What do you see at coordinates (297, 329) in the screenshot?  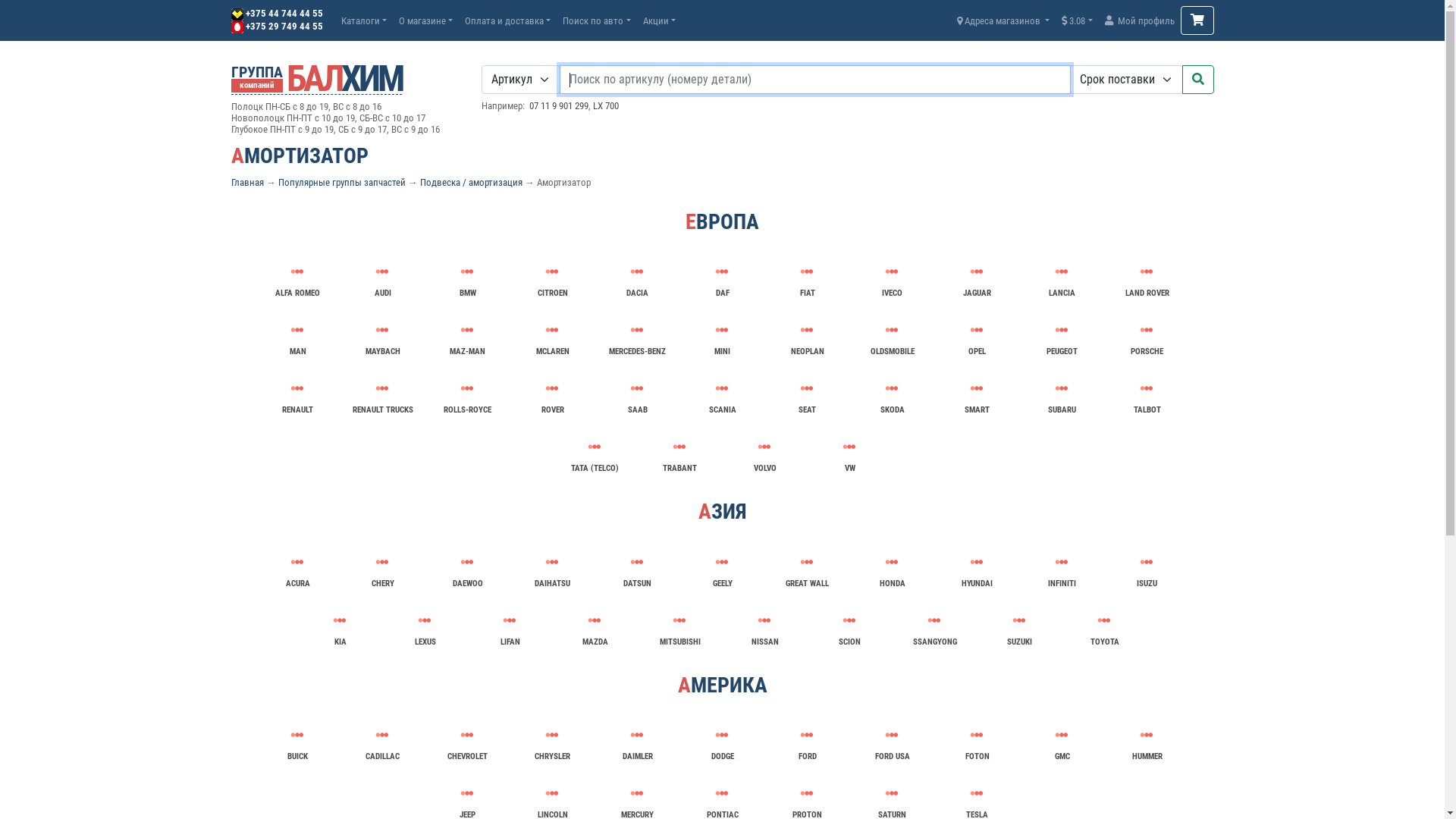 I see `'MAN'` at bounding box center [297, 329].